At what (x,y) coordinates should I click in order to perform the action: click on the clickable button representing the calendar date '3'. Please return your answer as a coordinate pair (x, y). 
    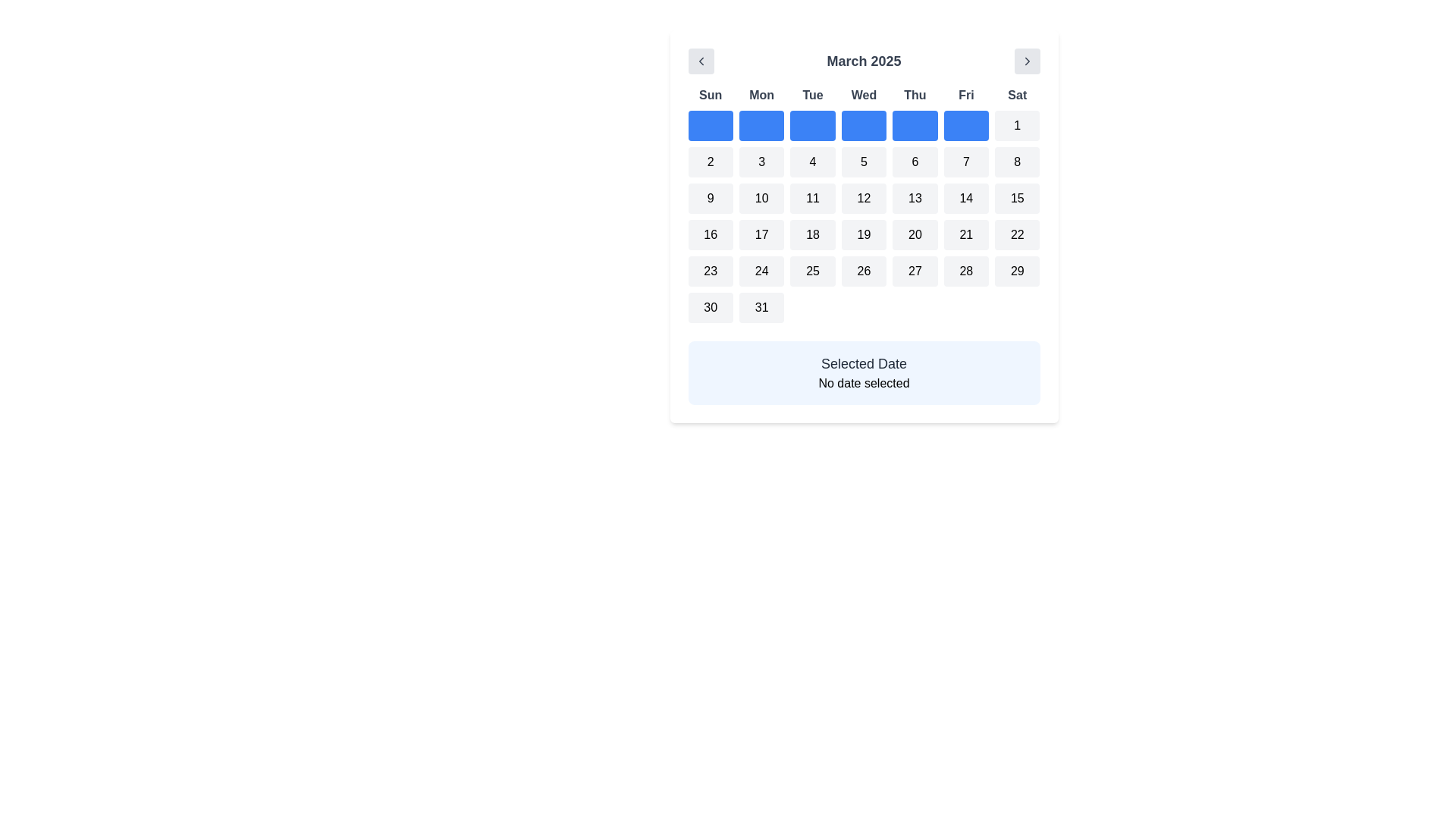
    Looking at the image, I should click on (761, 162).